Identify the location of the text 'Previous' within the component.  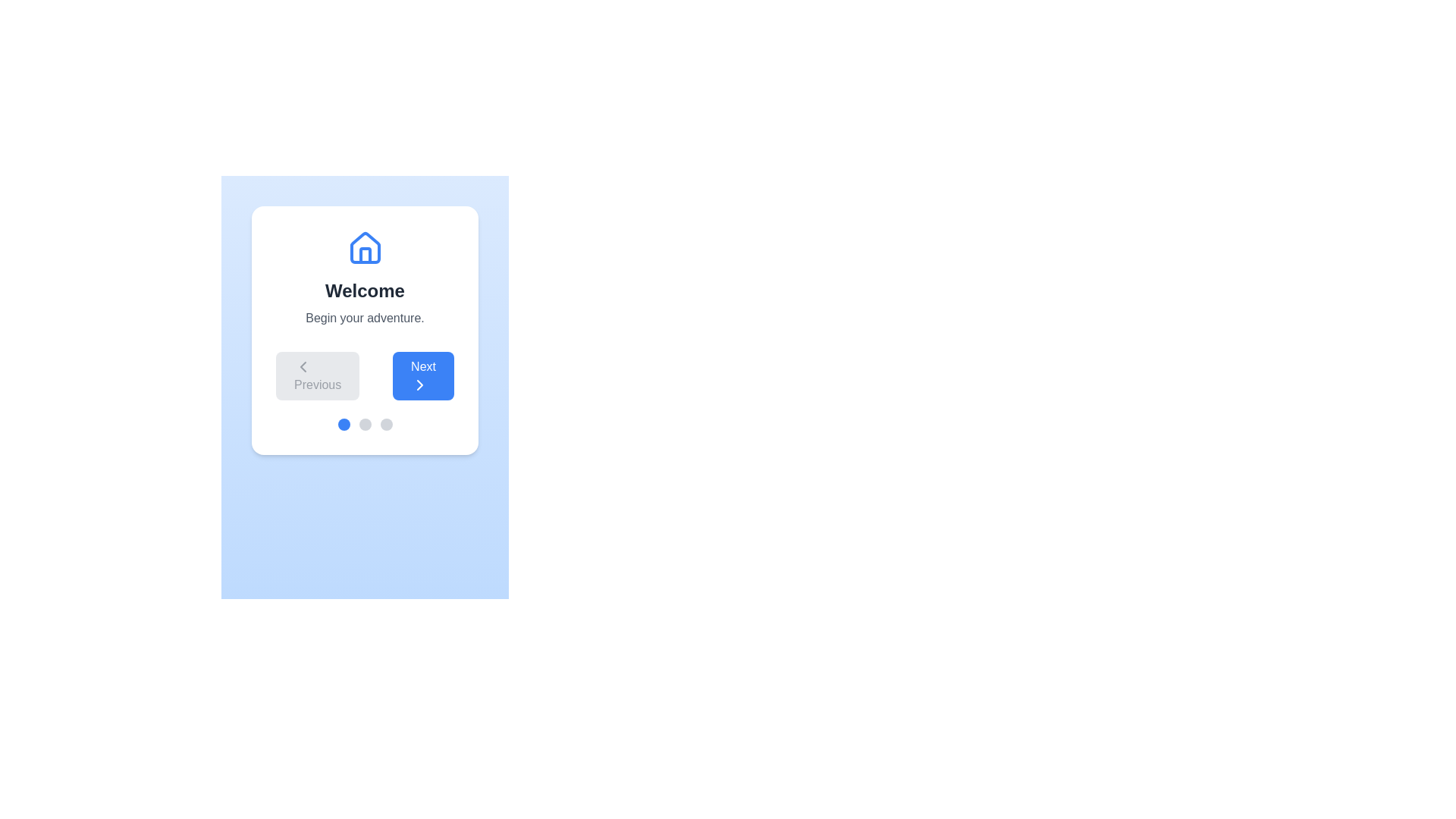
(317, 375).